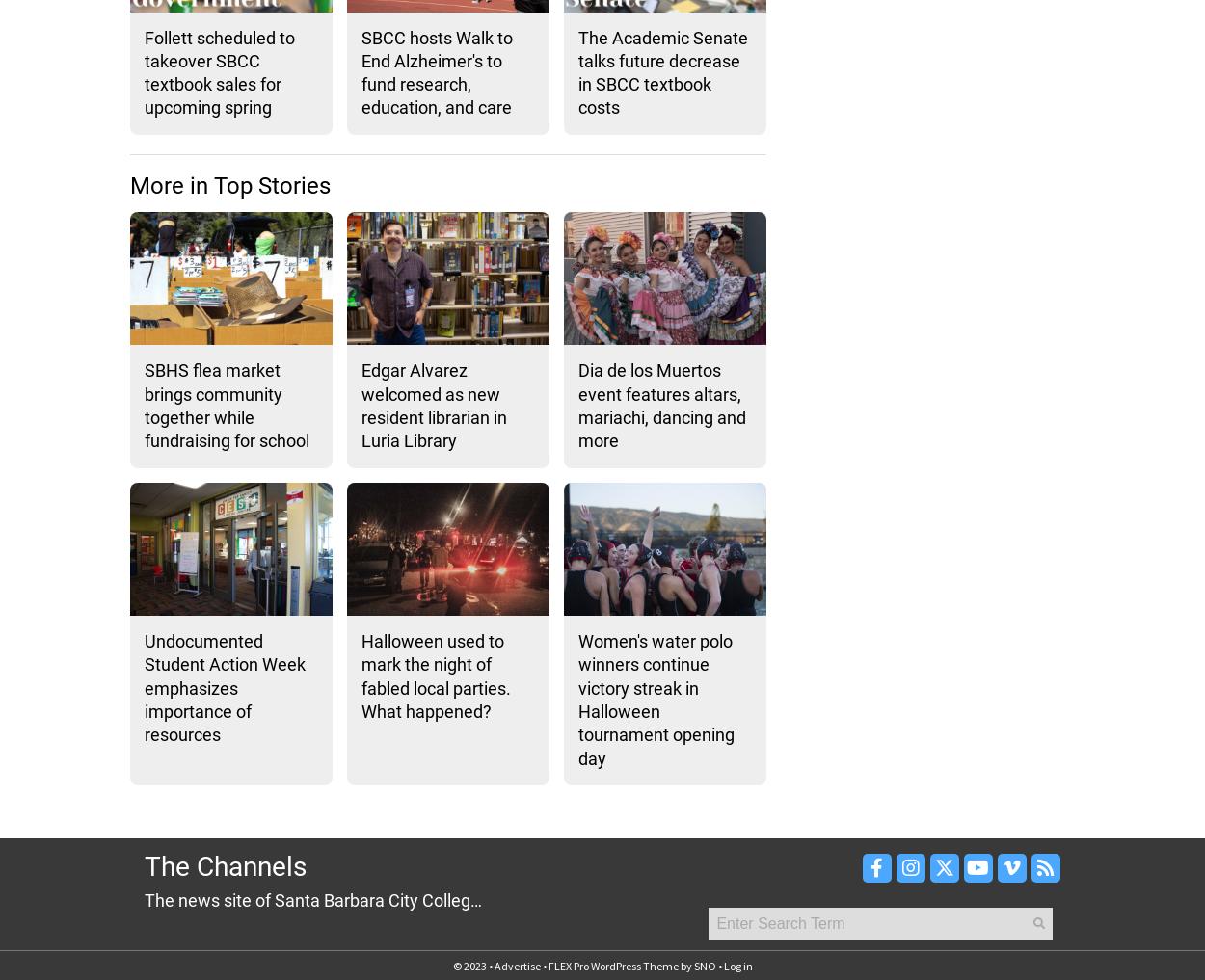 Image resolution: width=1205 pixels, height=980 pixels. I want to click on 'by', so click(684, 965).